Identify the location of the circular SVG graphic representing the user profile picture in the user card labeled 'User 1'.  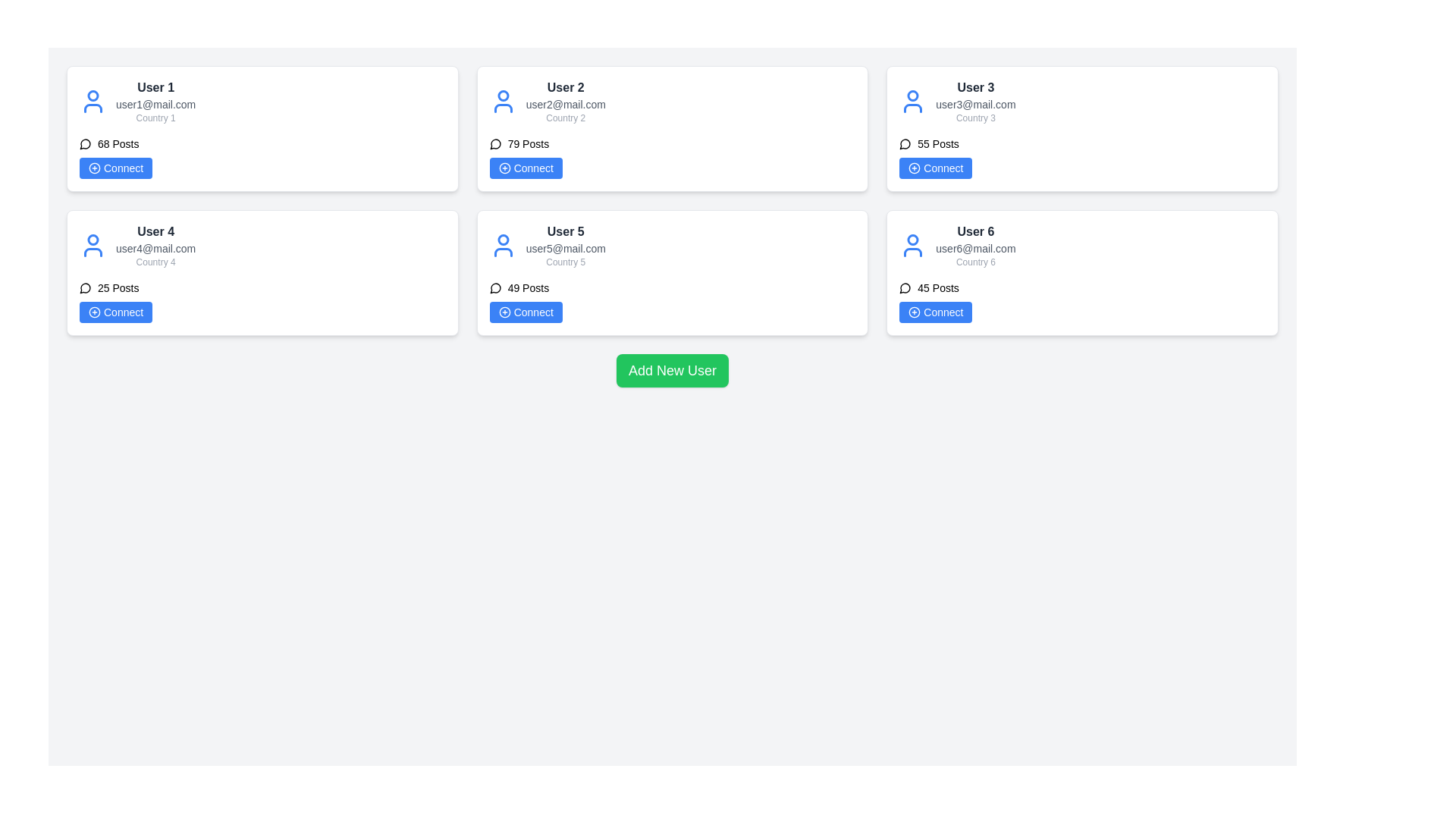
(93, 96).